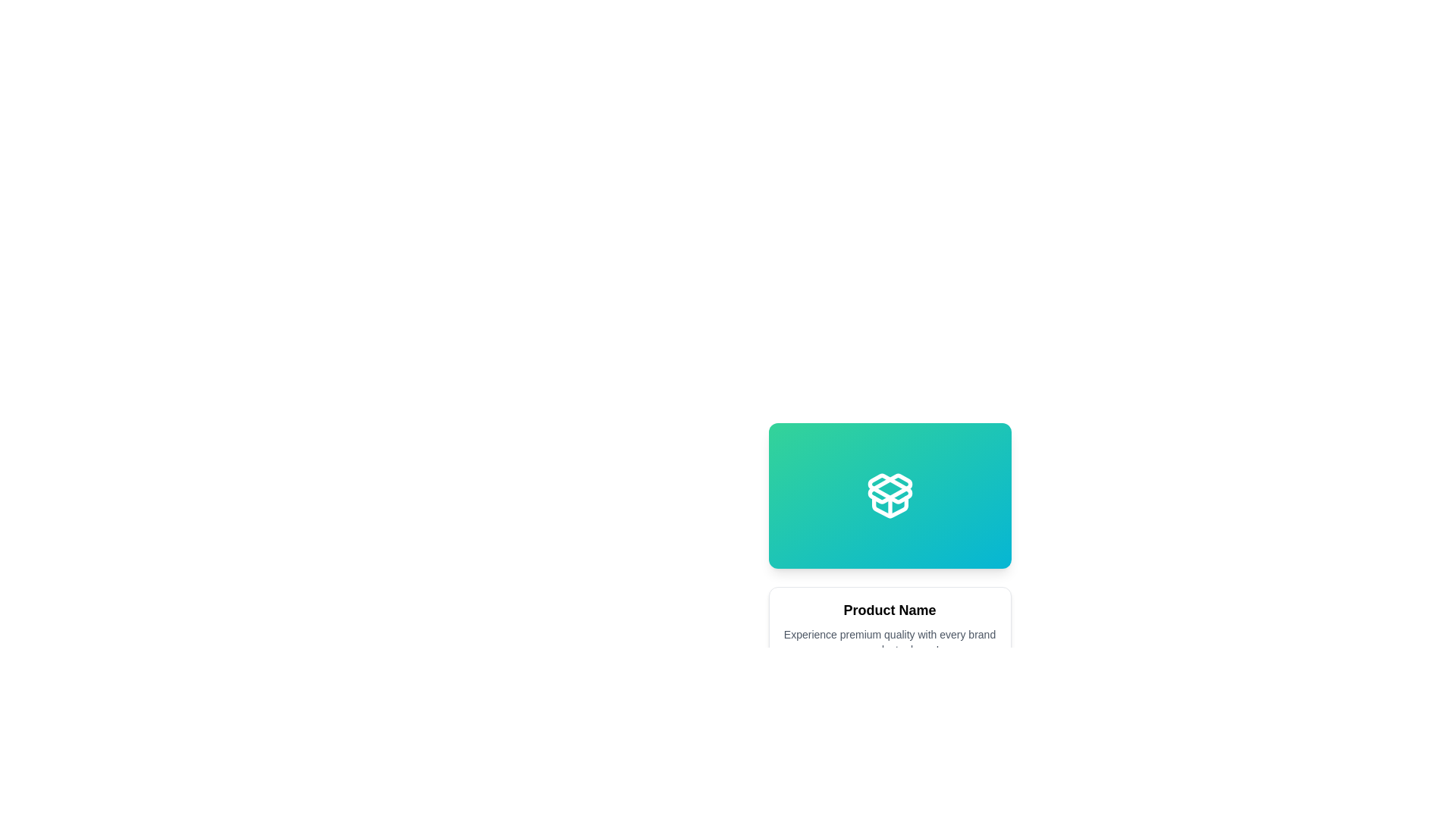 The image size is (1456, 819). Describe the element at coordinates (890, 488) in the screenshot. I see `the stylized white geometric diamond icon located in the center of a gradient background rectangle transitioning from green to blue` at that location.